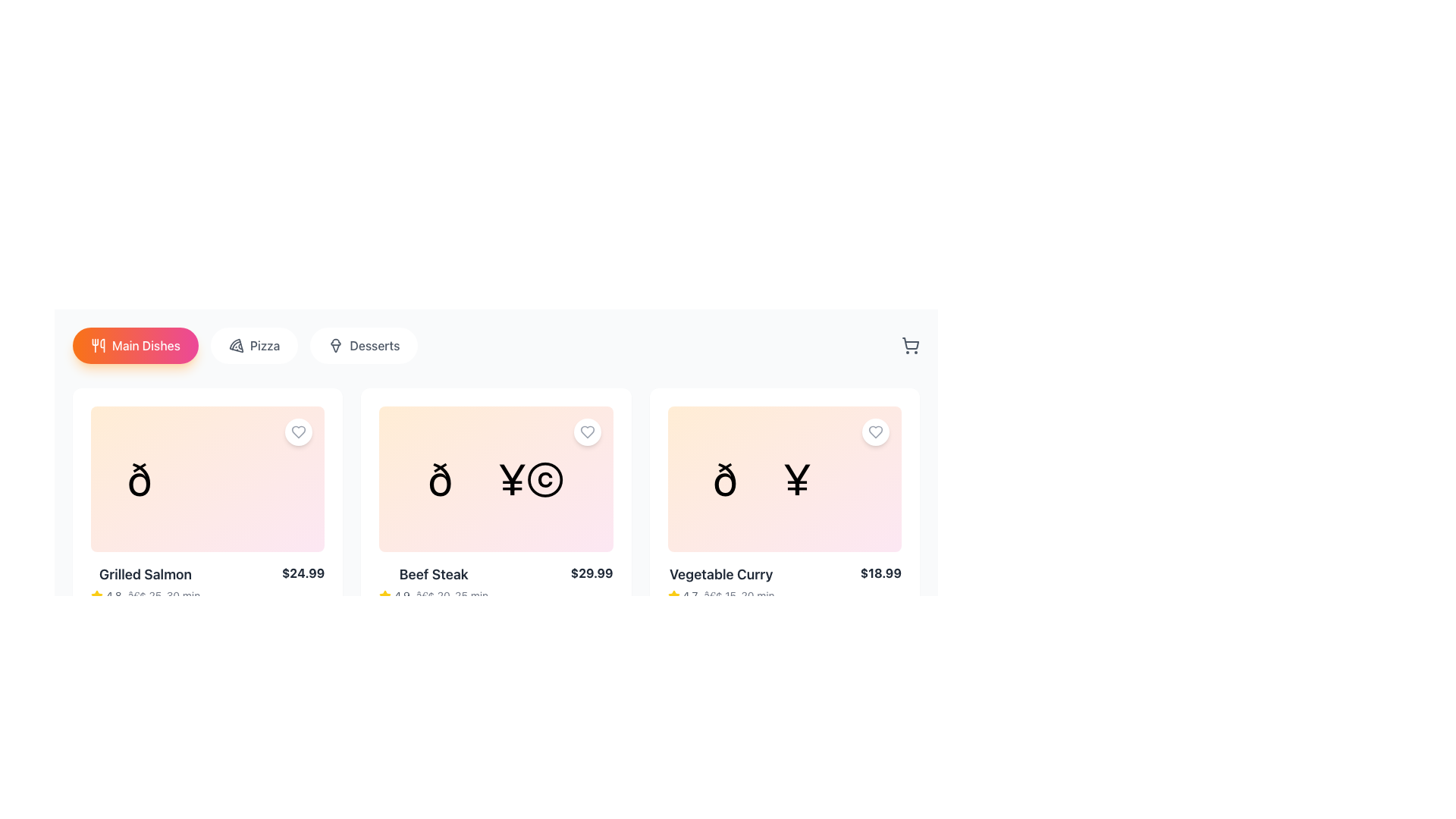 This screenshot has height=819, width=1456. I want to click on the text label displaying the rating and estimated delivery time for the 'Grilled Salmon' dish, located towards the bottom left of its details block, so click(146, 595).